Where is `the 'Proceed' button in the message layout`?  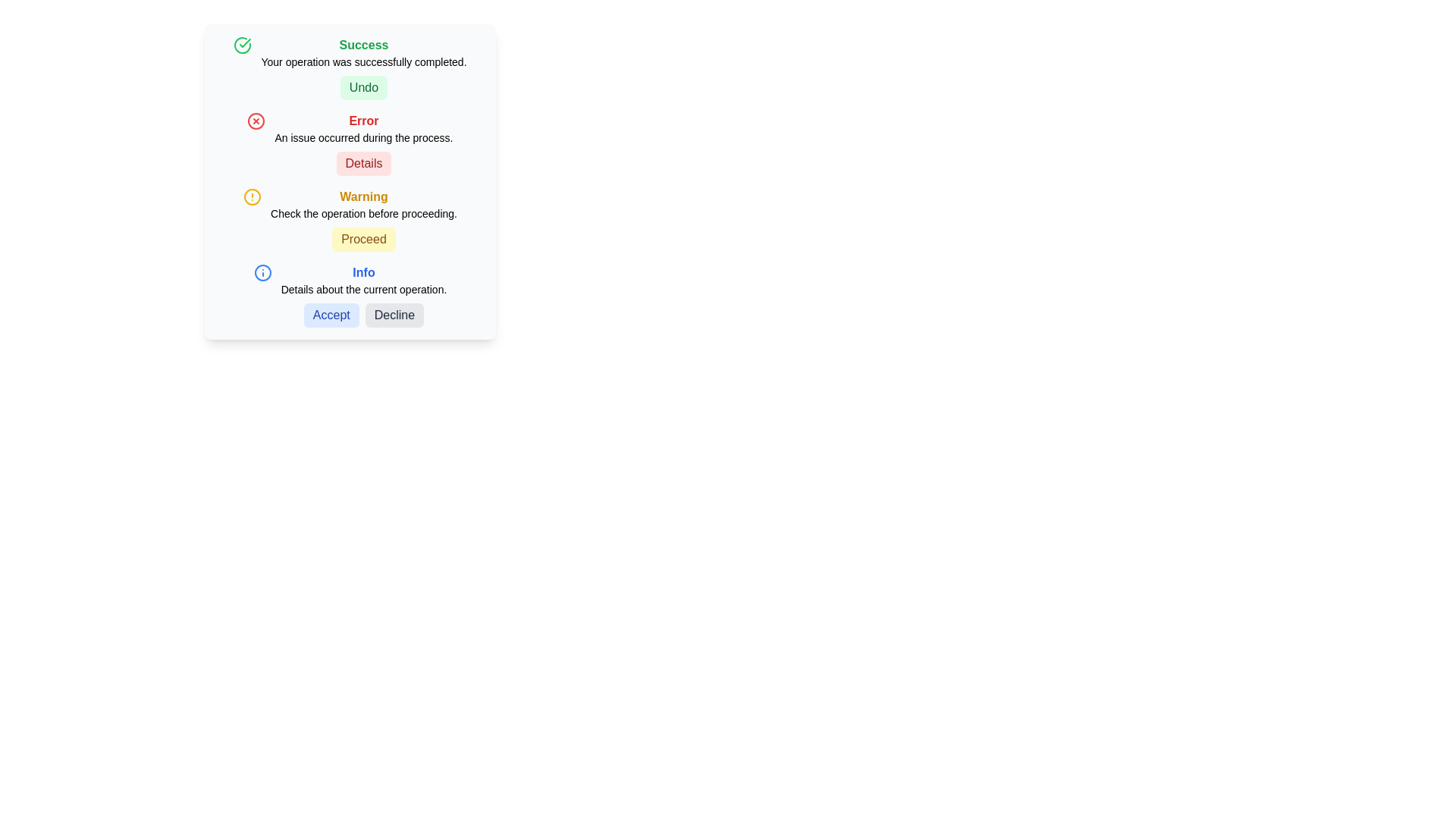 the 'Proceed' button in the message layout is located at coordinates (349, 219).